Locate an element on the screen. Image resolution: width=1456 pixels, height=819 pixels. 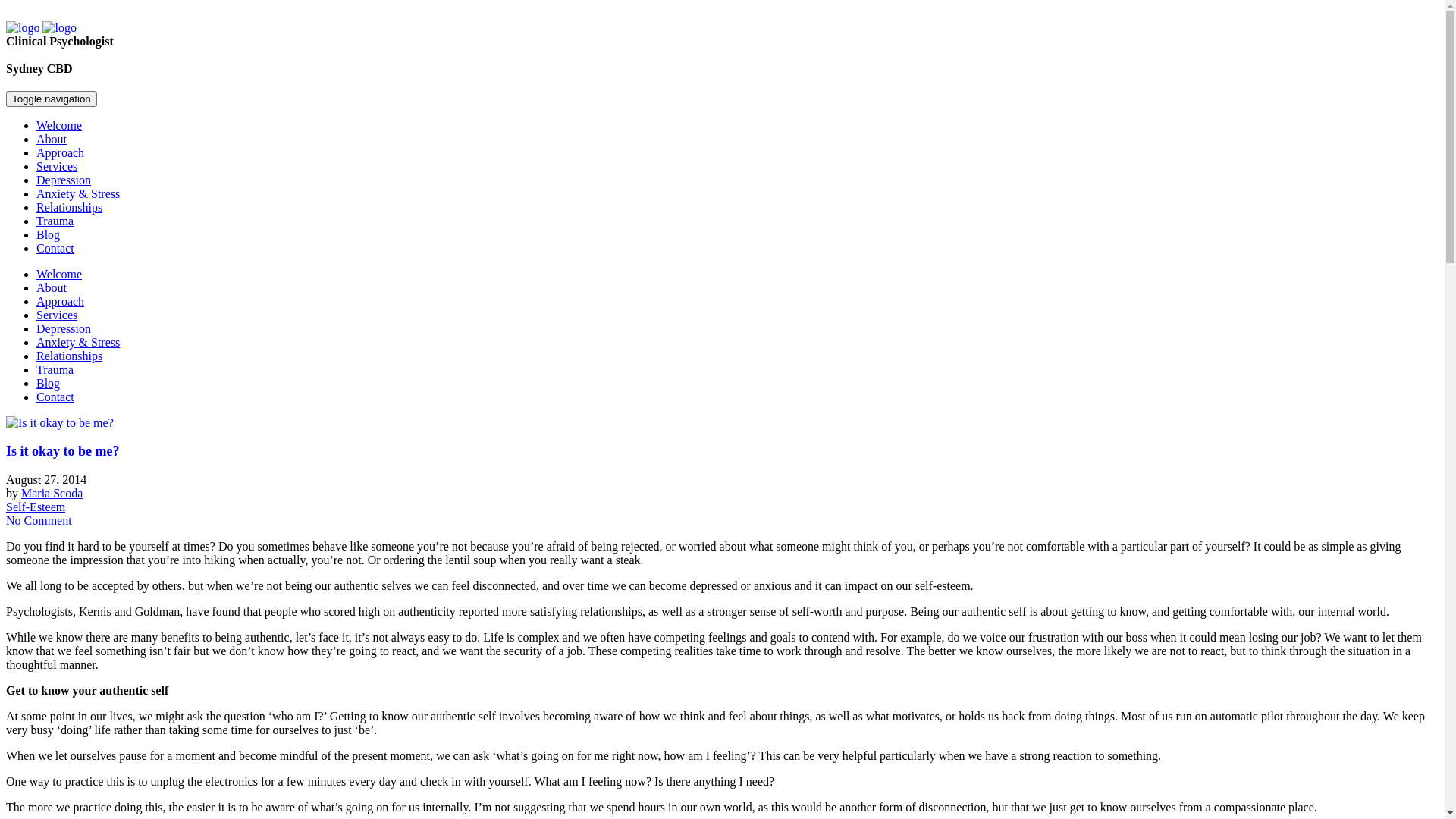
'Toggle navigation' is located at coordinates (6, 99).